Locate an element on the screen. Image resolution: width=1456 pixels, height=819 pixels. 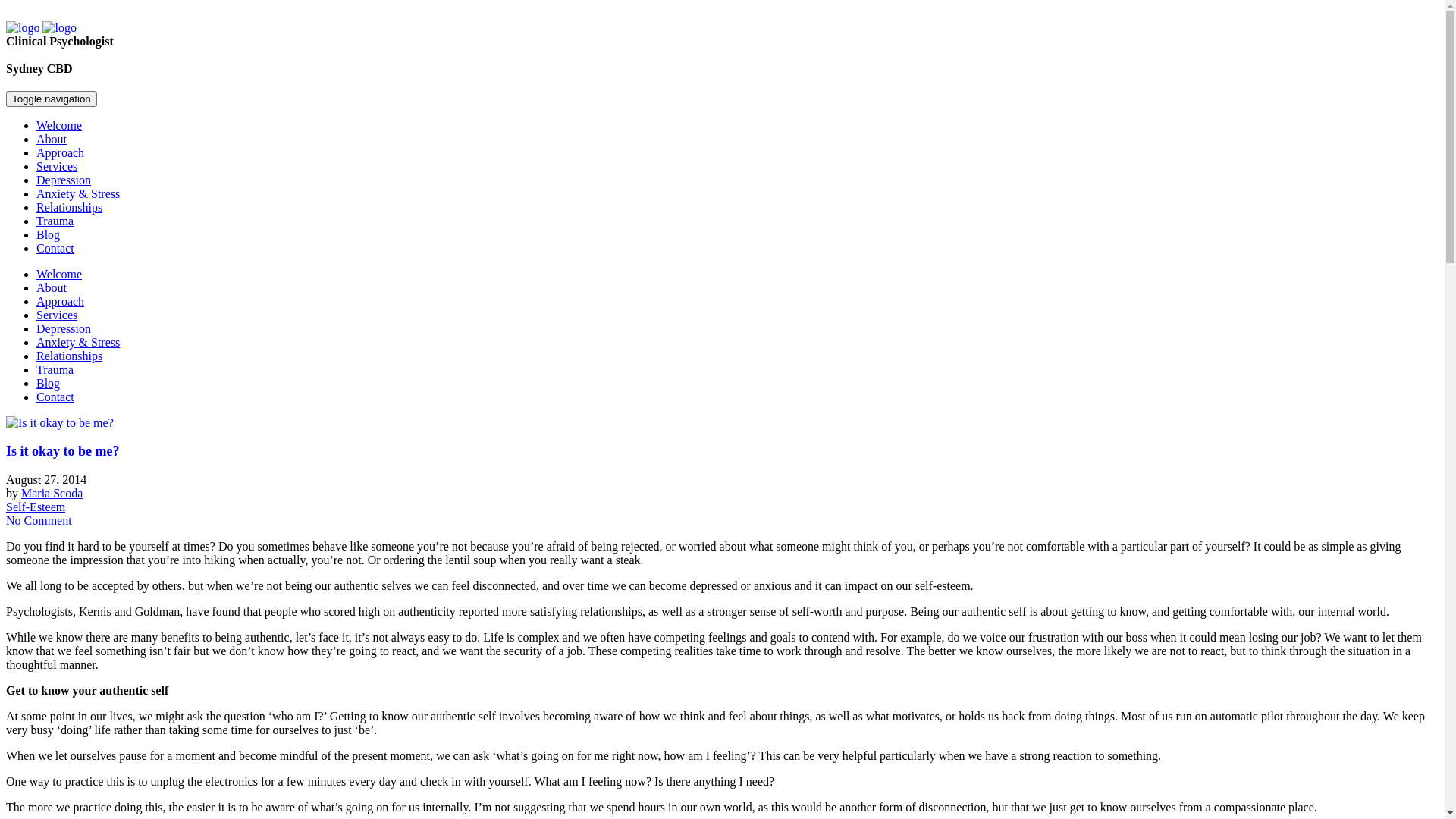
'Toggle navigation' is located at coordinates (6, 99).